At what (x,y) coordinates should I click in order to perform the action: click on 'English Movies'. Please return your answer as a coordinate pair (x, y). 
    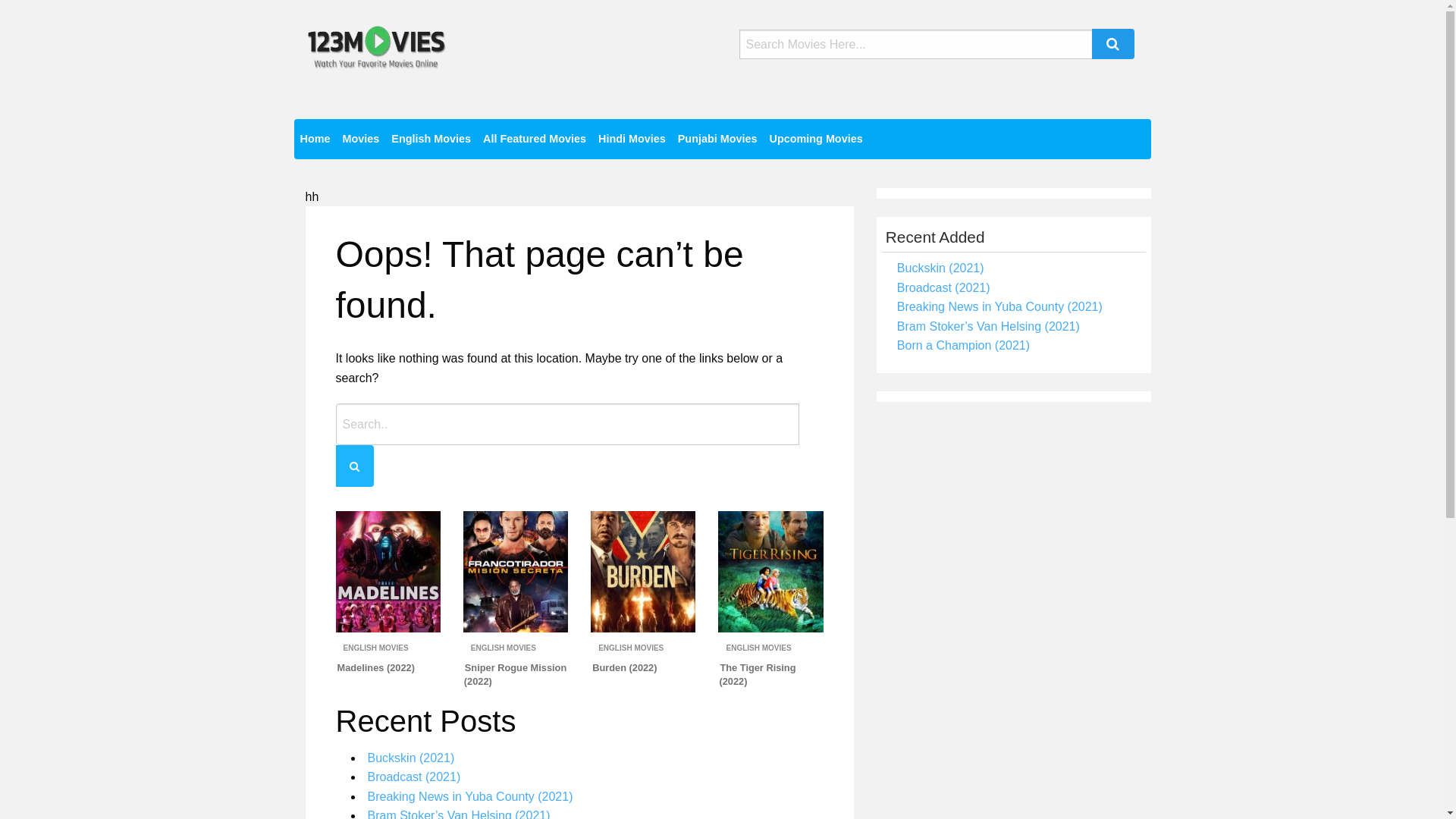
    Looking at the image, I should click on (430, 139).